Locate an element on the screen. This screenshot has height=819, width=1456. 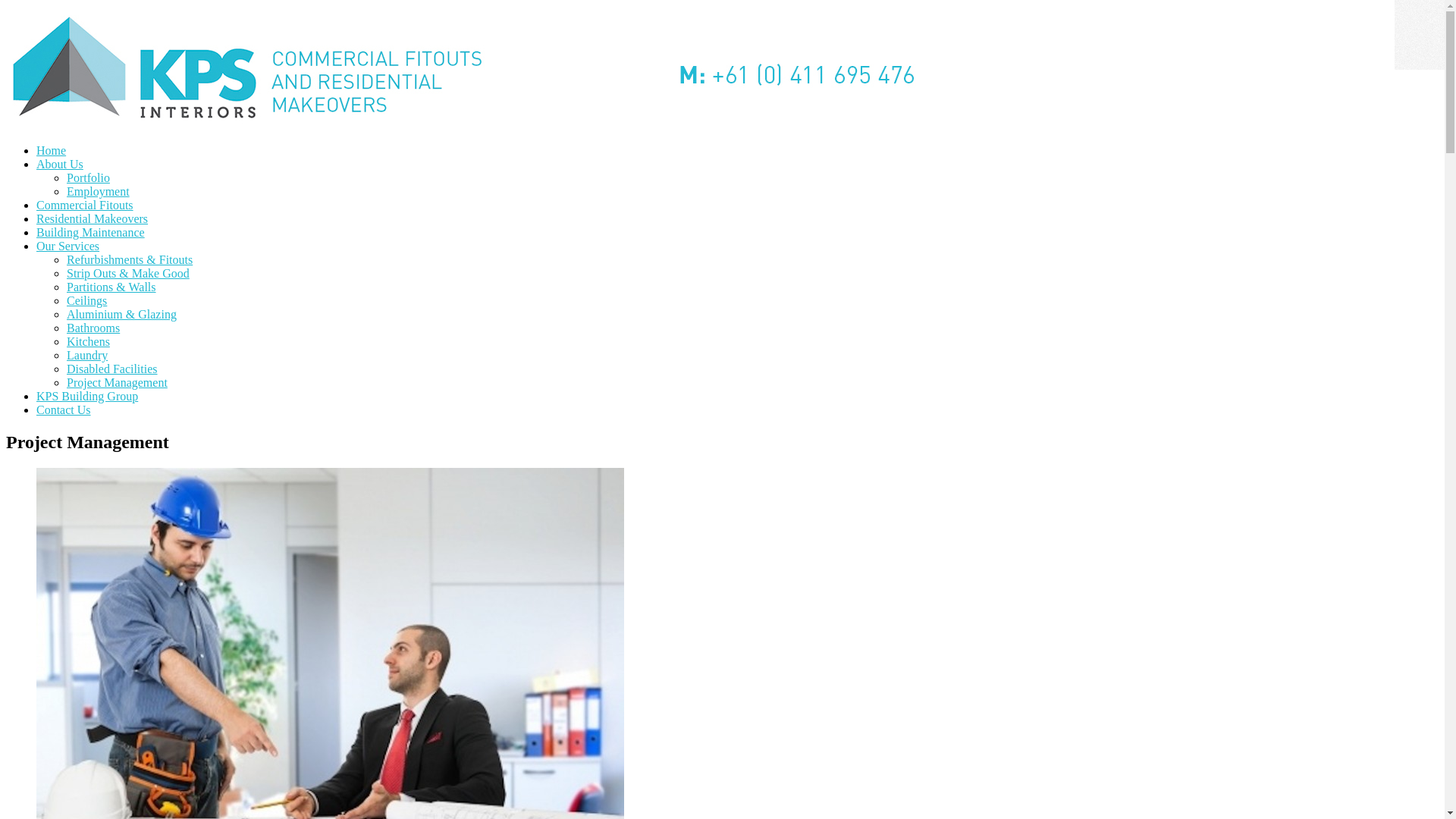
'Residential Makeovers' is located at coordinates (36, 218).